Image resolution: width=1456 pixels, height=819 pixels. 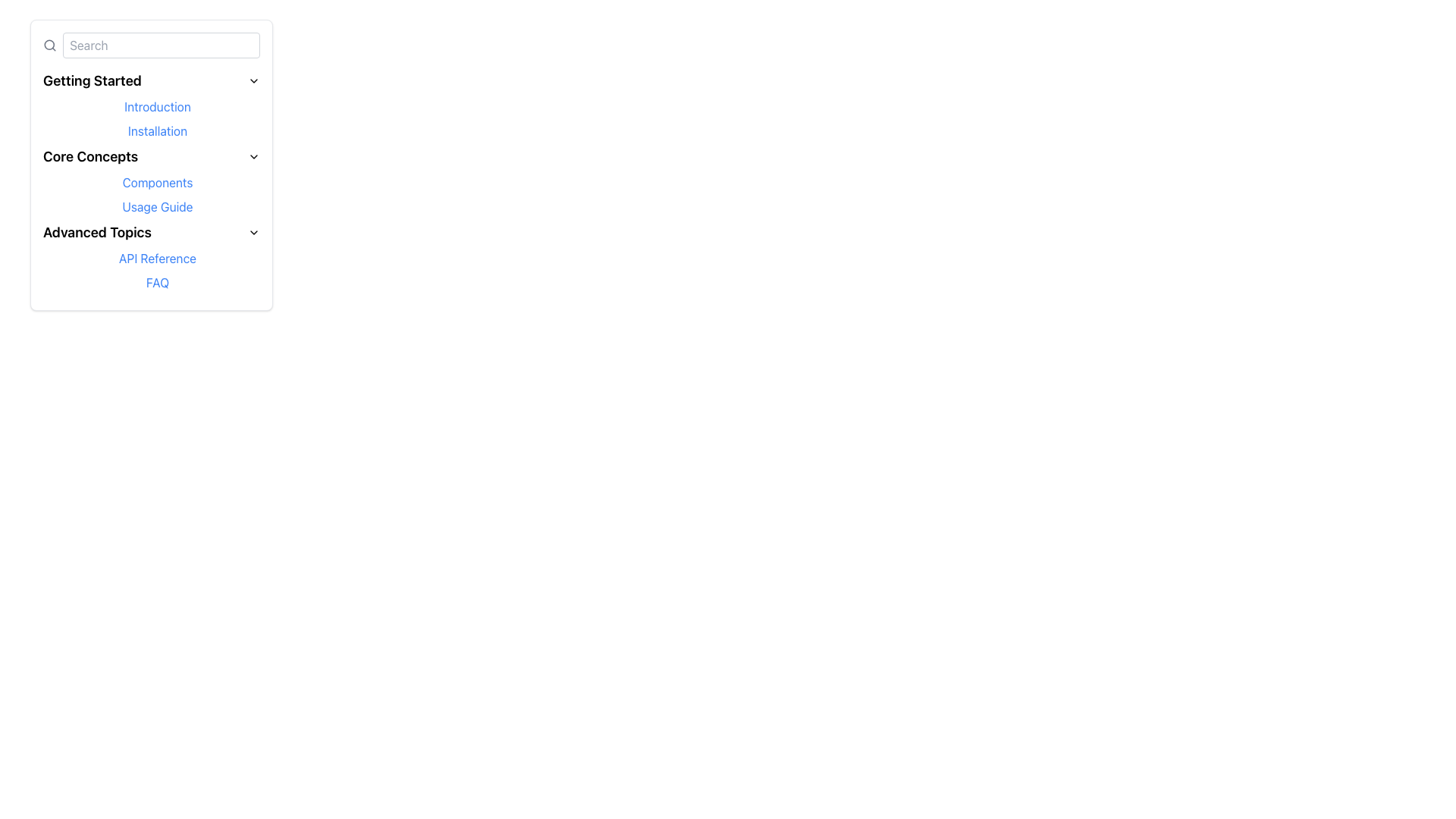 I want to click on the 'API Reference' and 'FAQ' links in the Grouped Navigation Links under the 'Advanced Topics' section in the left navigation menu, so click(x=152, y=270).